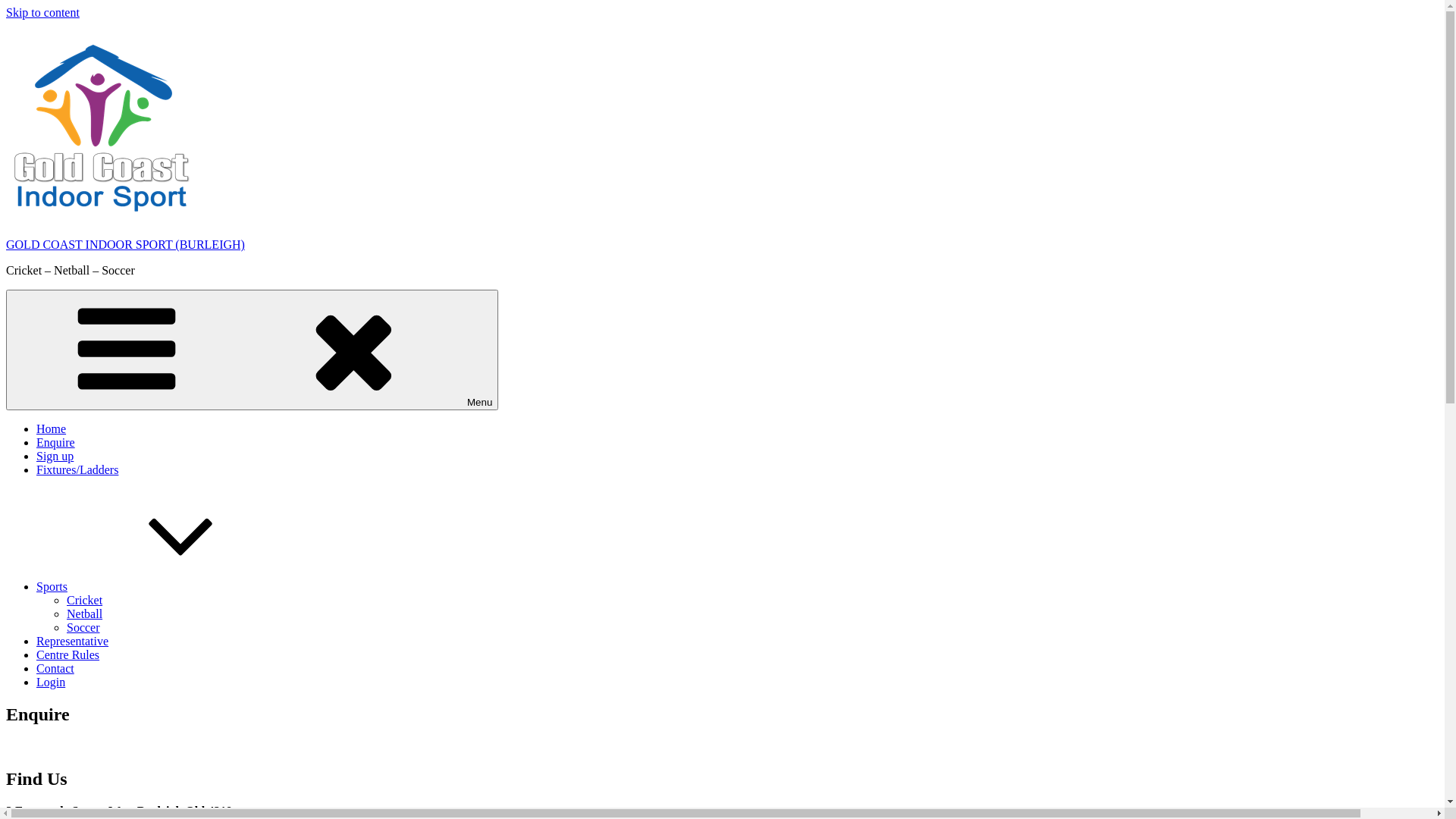 The width and height of the screenshot is (1456, 819). I want to click on 'GOLD COAST INDOOR SPORT (BURLEIGH)', so click(125, 243).